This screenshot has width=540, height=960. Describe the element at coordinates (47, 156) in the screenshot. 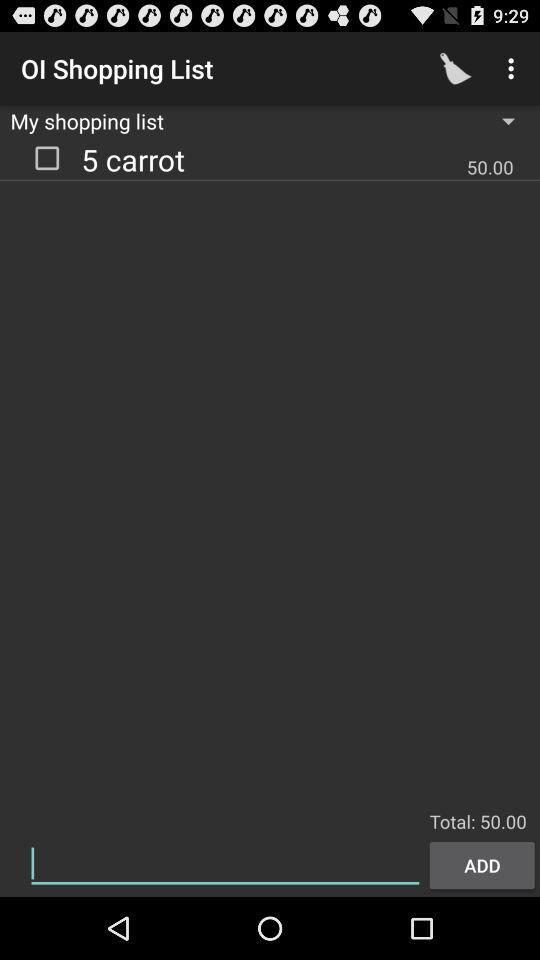

I see `checkbox button` at that location.